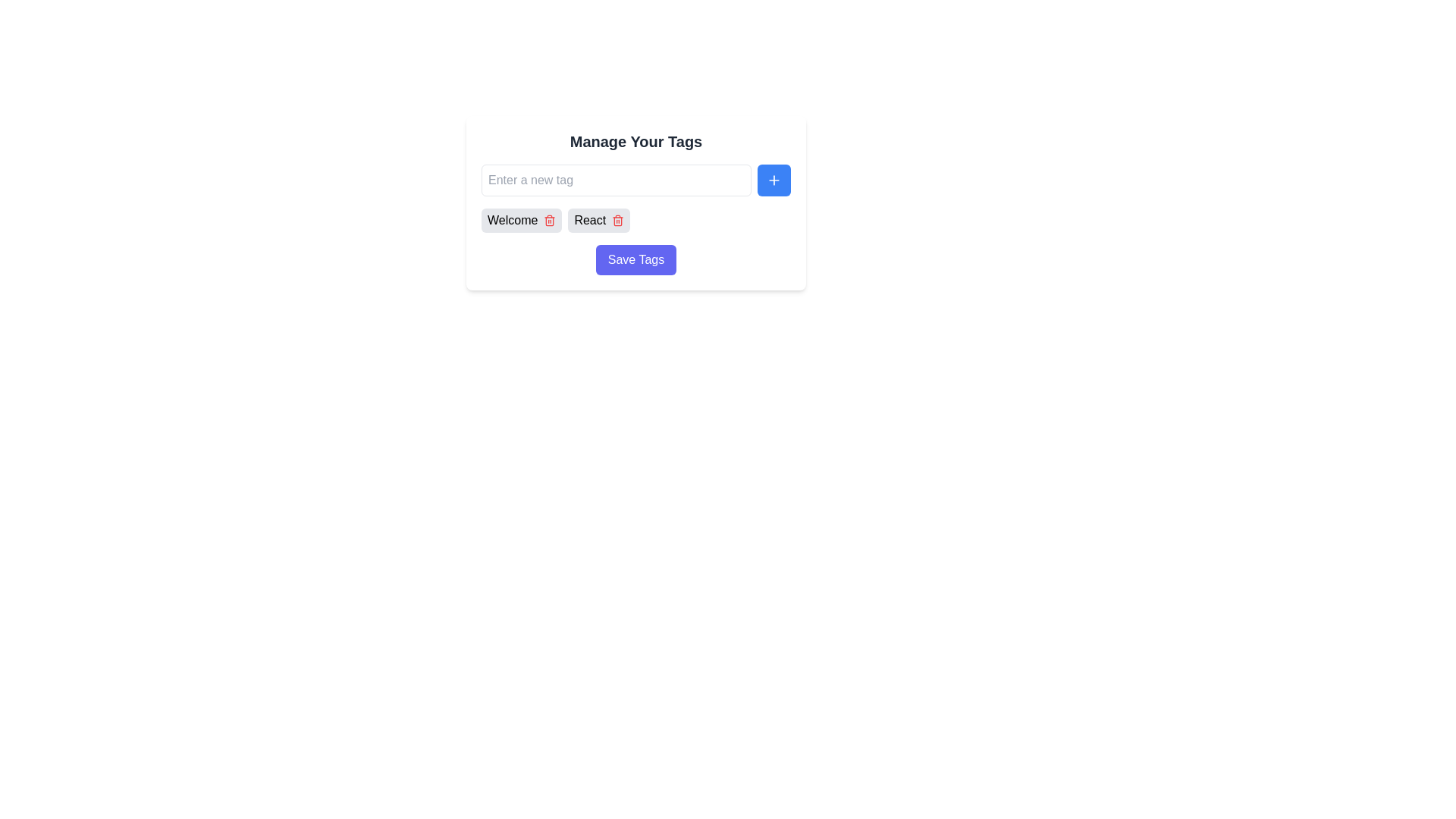 The image size is (1456, 819). Describe the element at coordinates (774, 180) in the screenshot. I see `the cross-shaped icon with a blue background and white lines, located within the blue button to the right of the 'Enter a new tag' input field` at that location.